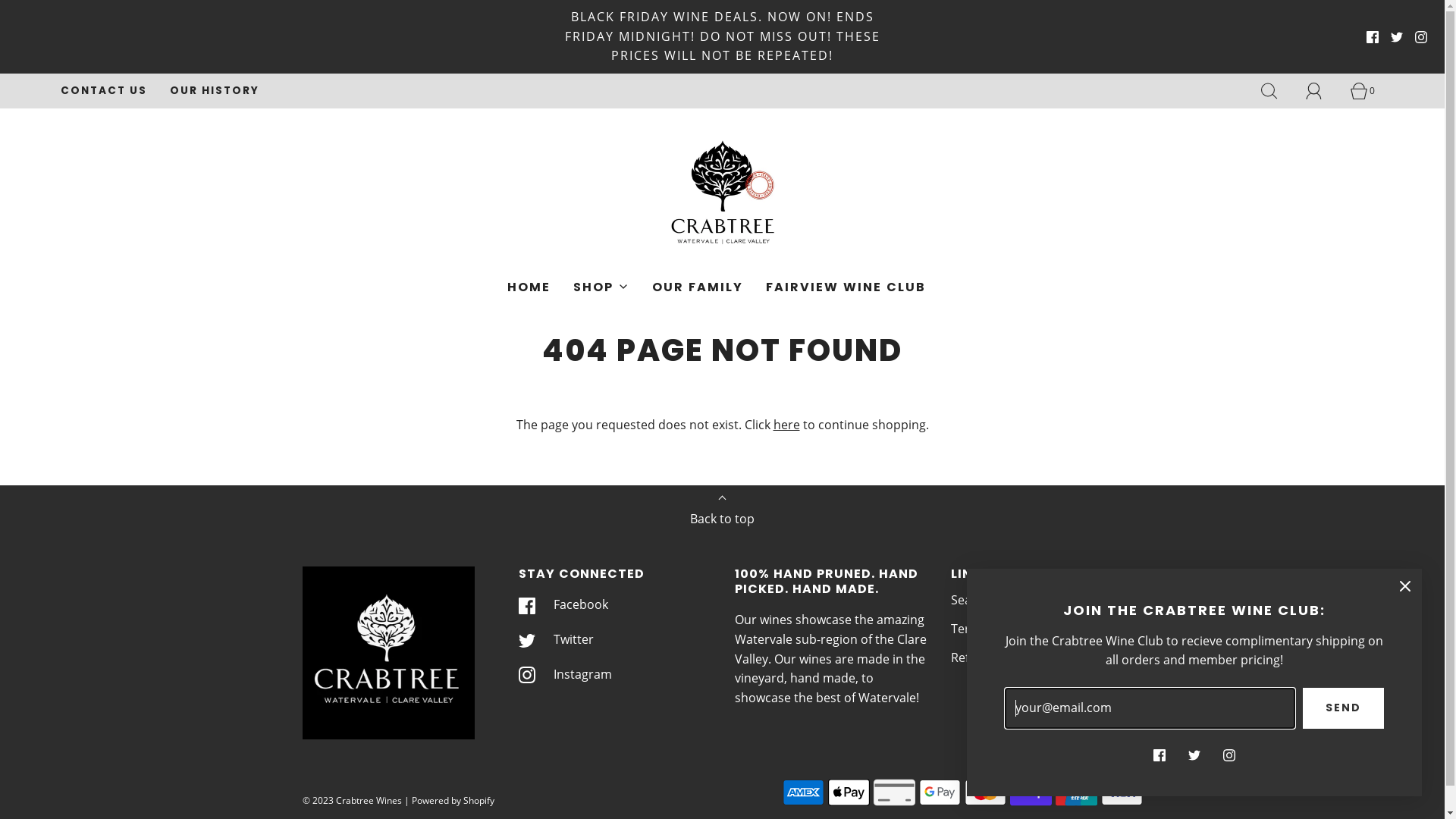 This screenshot has width=1456, height=819. Describe the element at coordinates (451, 799) in the screenshot. I see `'Powered by Shopify'` at that location.